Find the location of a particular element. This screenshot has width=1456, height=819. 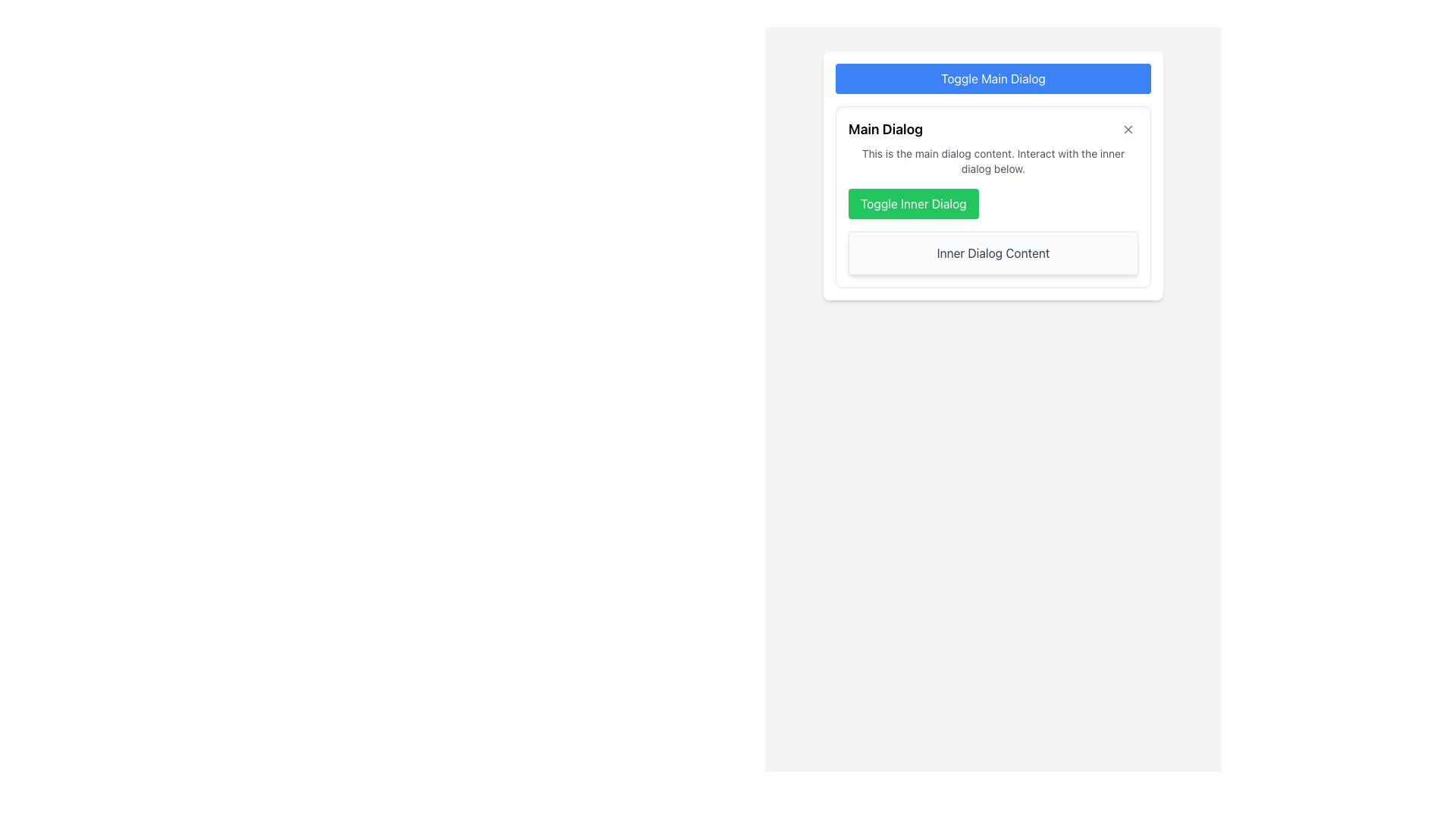

the toggle button located at the top of the white card is located at coordinates (993, 79).